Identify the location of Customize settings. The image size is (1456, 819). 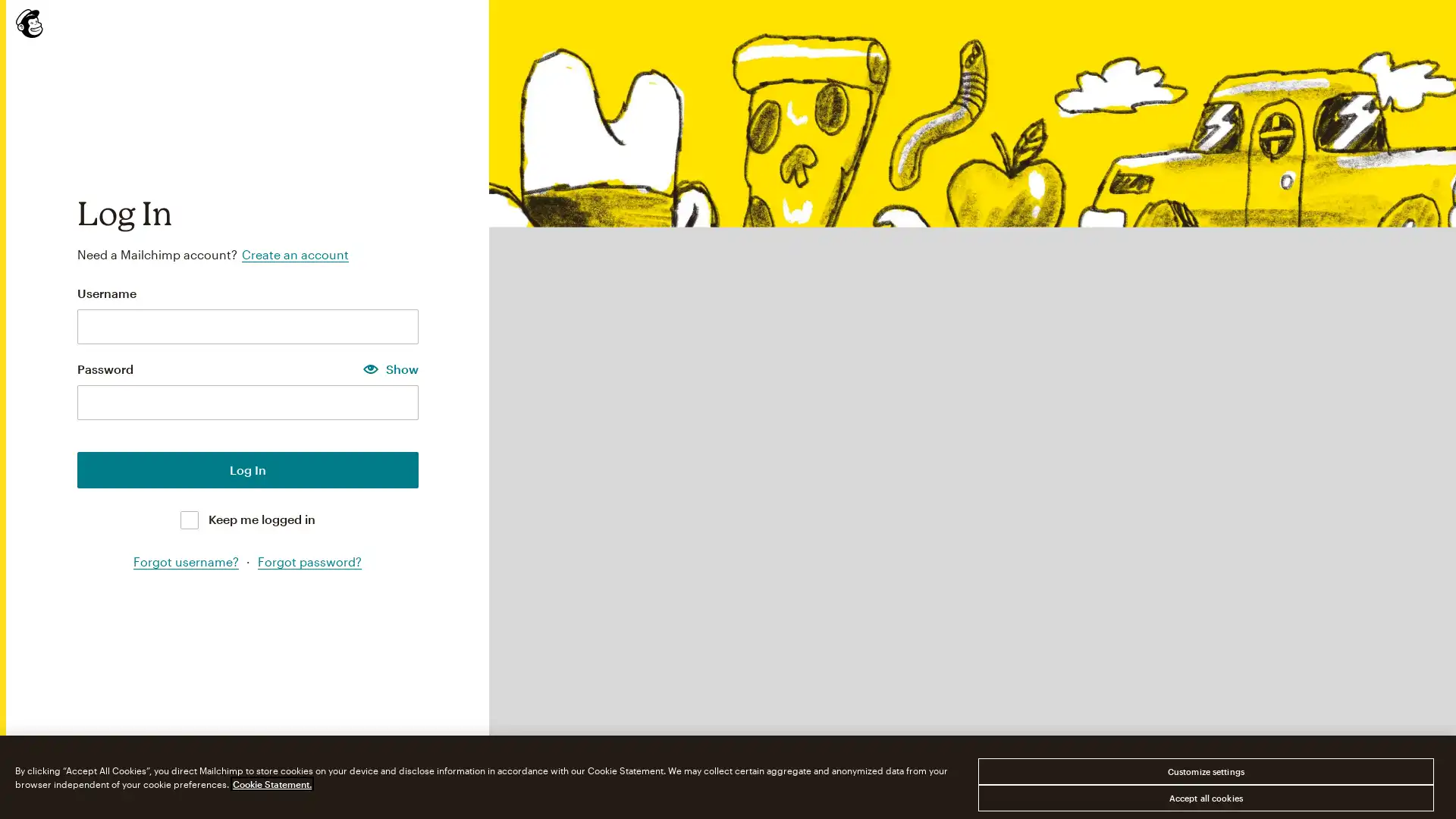
(1204, 771).